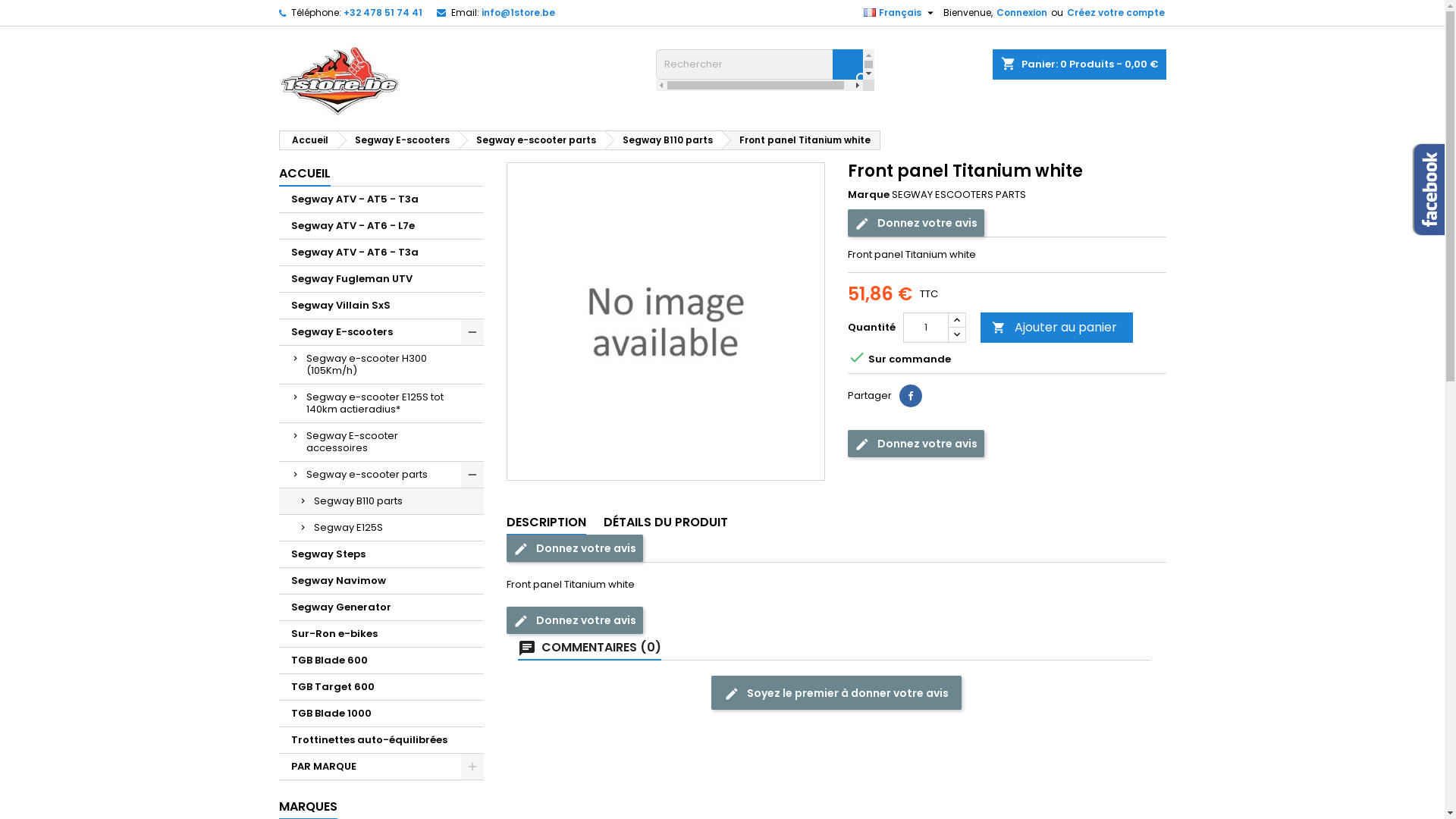 The image size is (1456, 819). Describe the element at coordinates (382, 12) in the screenshot. I see `'+32 478 51 74 41'` at that location.